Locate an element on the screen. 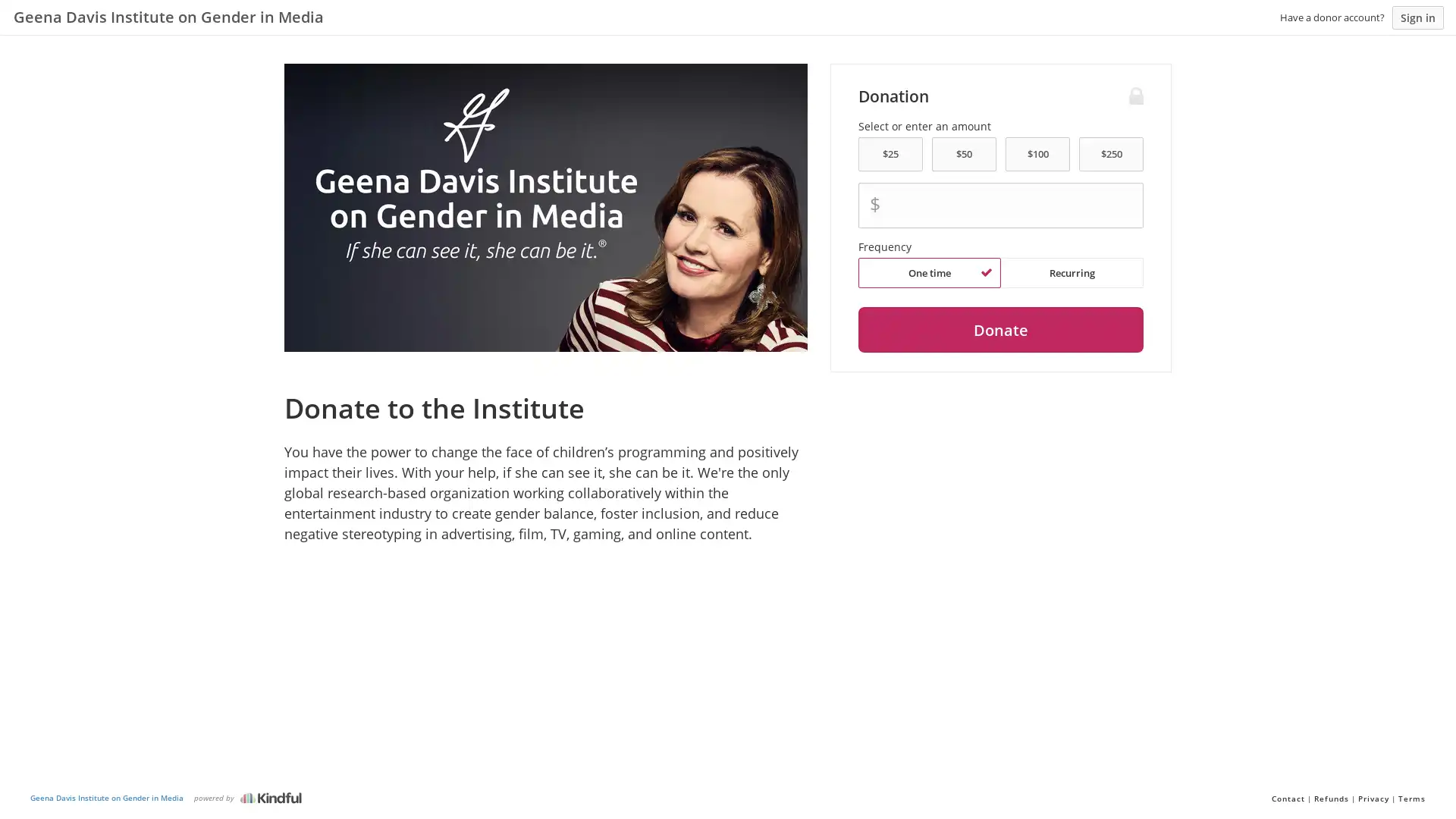 Image resolution: width=1456 pixels, height=819 pixels. Donate is located at coordinates (1000, 329).